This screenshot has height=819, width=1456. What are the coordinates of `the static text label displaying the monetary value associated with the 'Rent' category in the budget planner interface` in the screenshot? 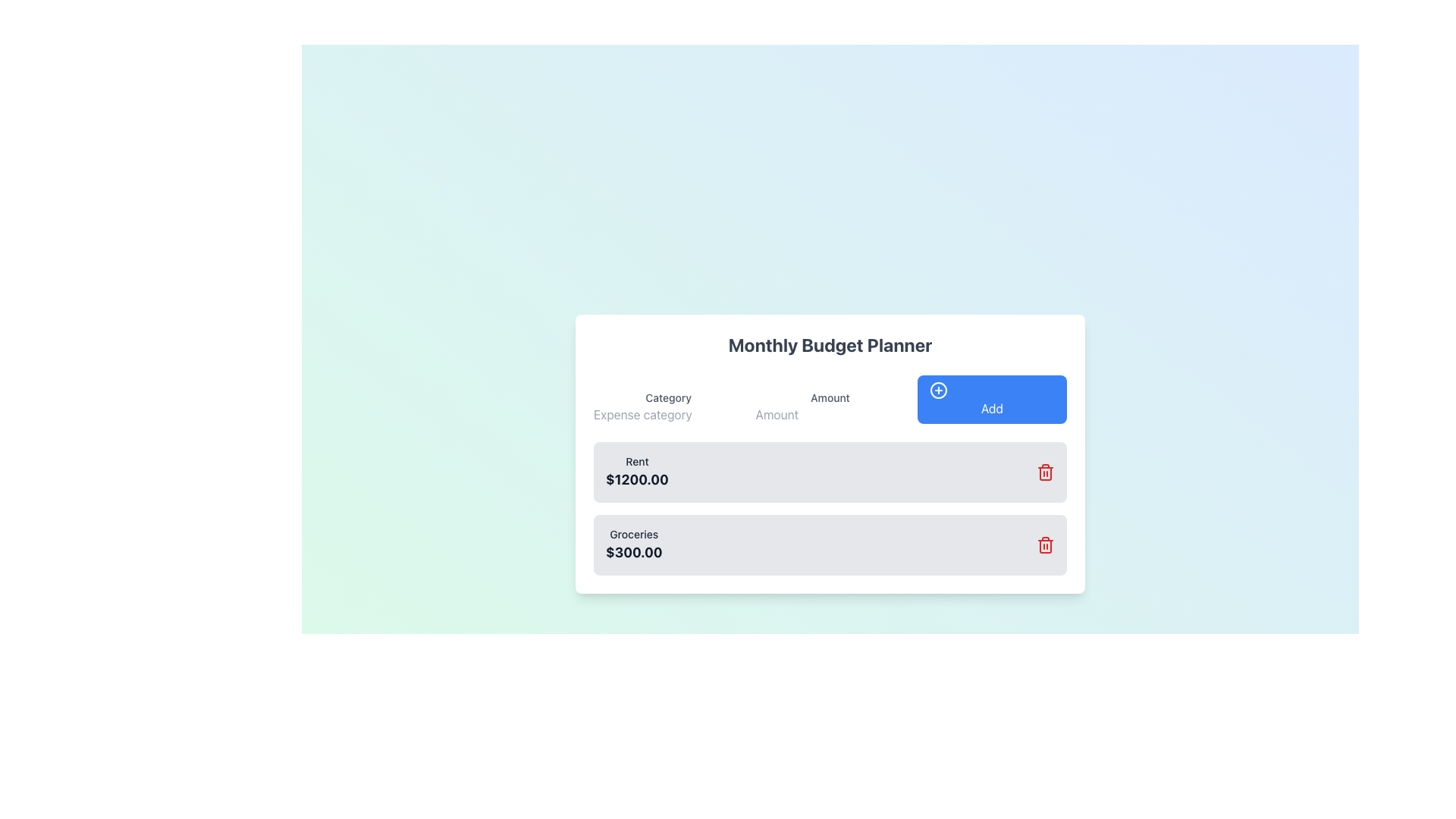 It's located at (637, 479).